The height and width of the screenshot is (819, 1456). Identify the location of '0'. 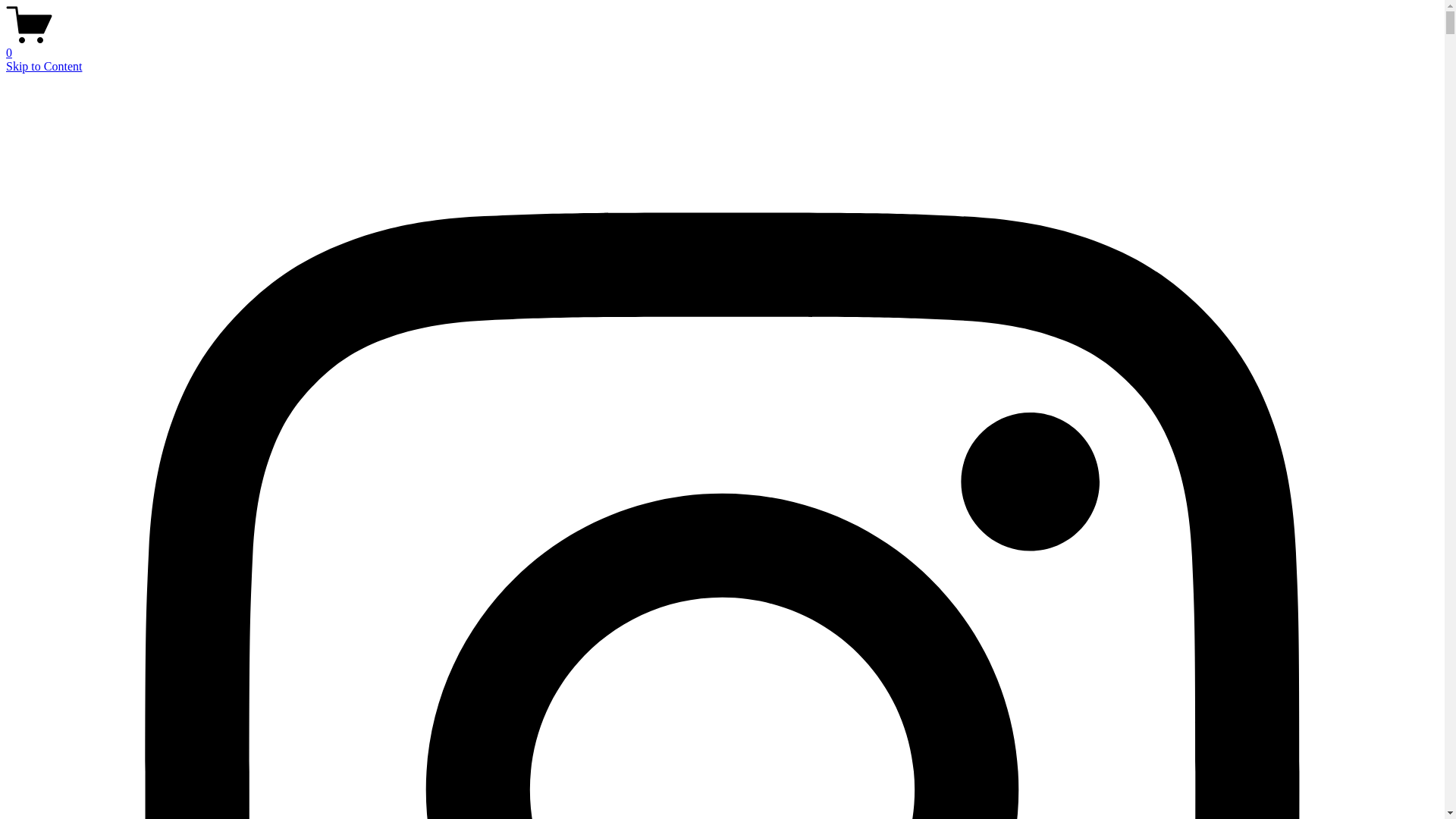
(721, 45).